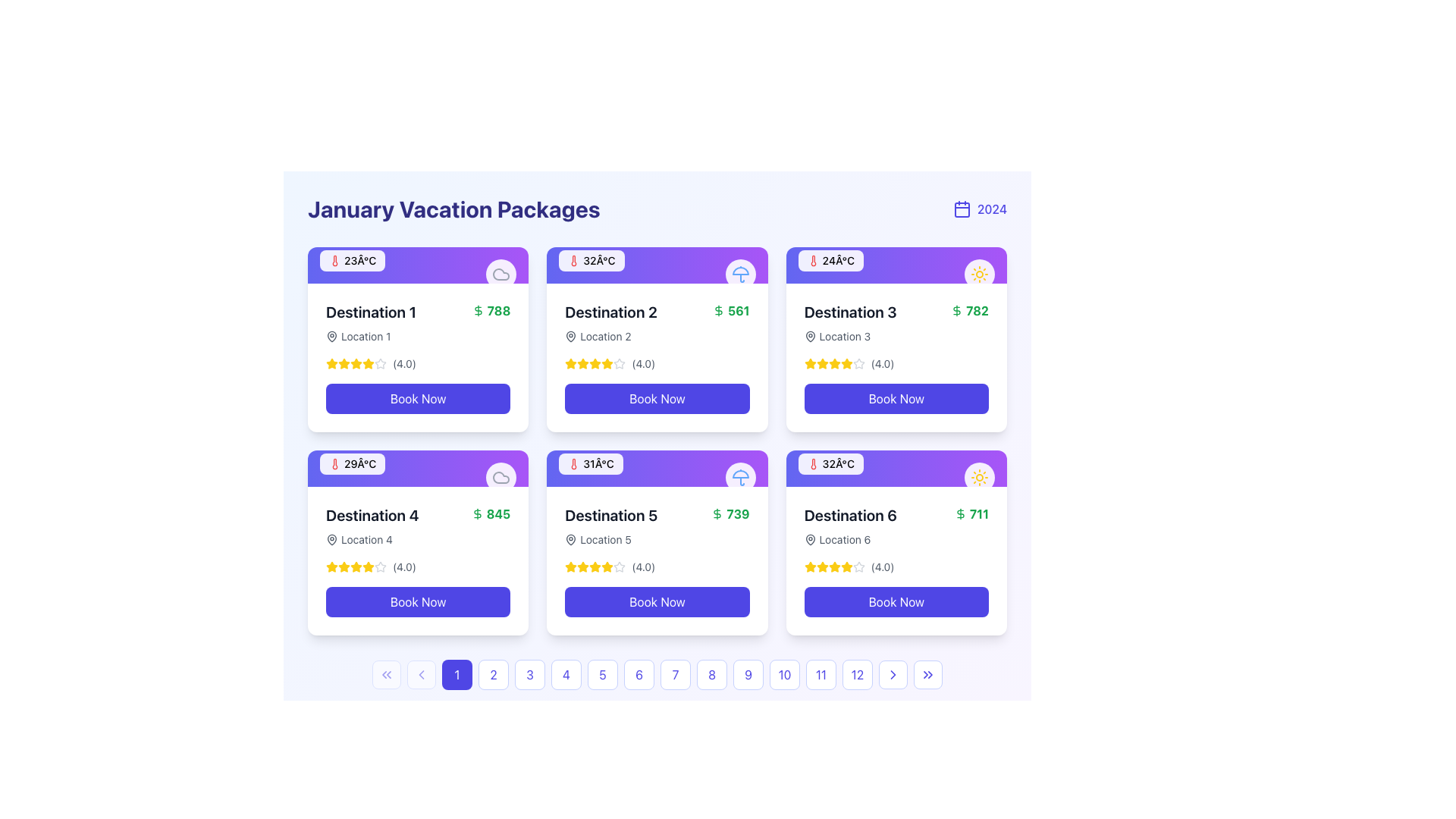 This screenshot has width=1456, height=819. I want to click on the third star in the rating section of the card for 'Destination 1', which visually indicates a rating, so click(344, 363).